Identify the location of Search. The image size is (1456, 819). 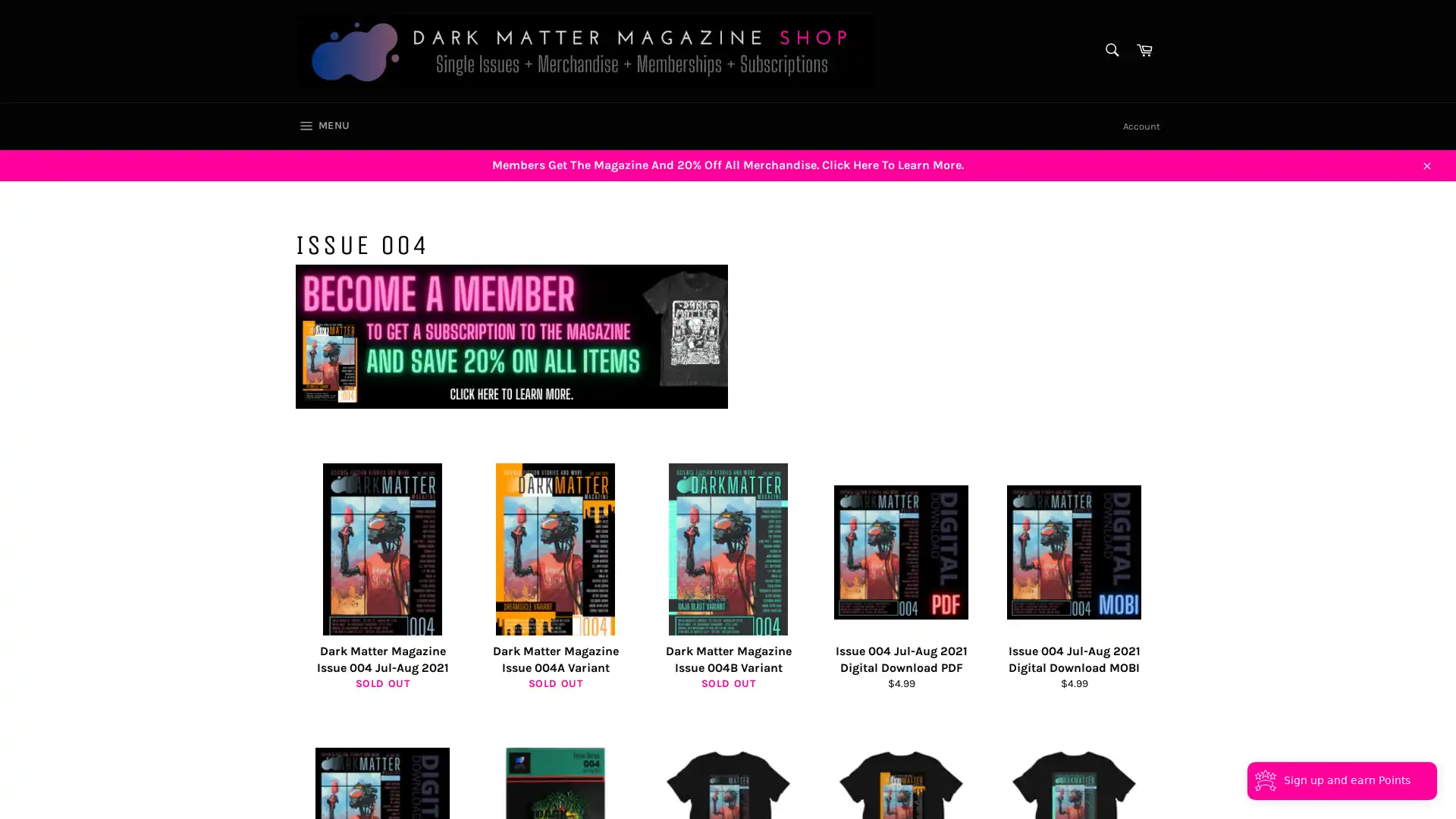
(1110, 49).